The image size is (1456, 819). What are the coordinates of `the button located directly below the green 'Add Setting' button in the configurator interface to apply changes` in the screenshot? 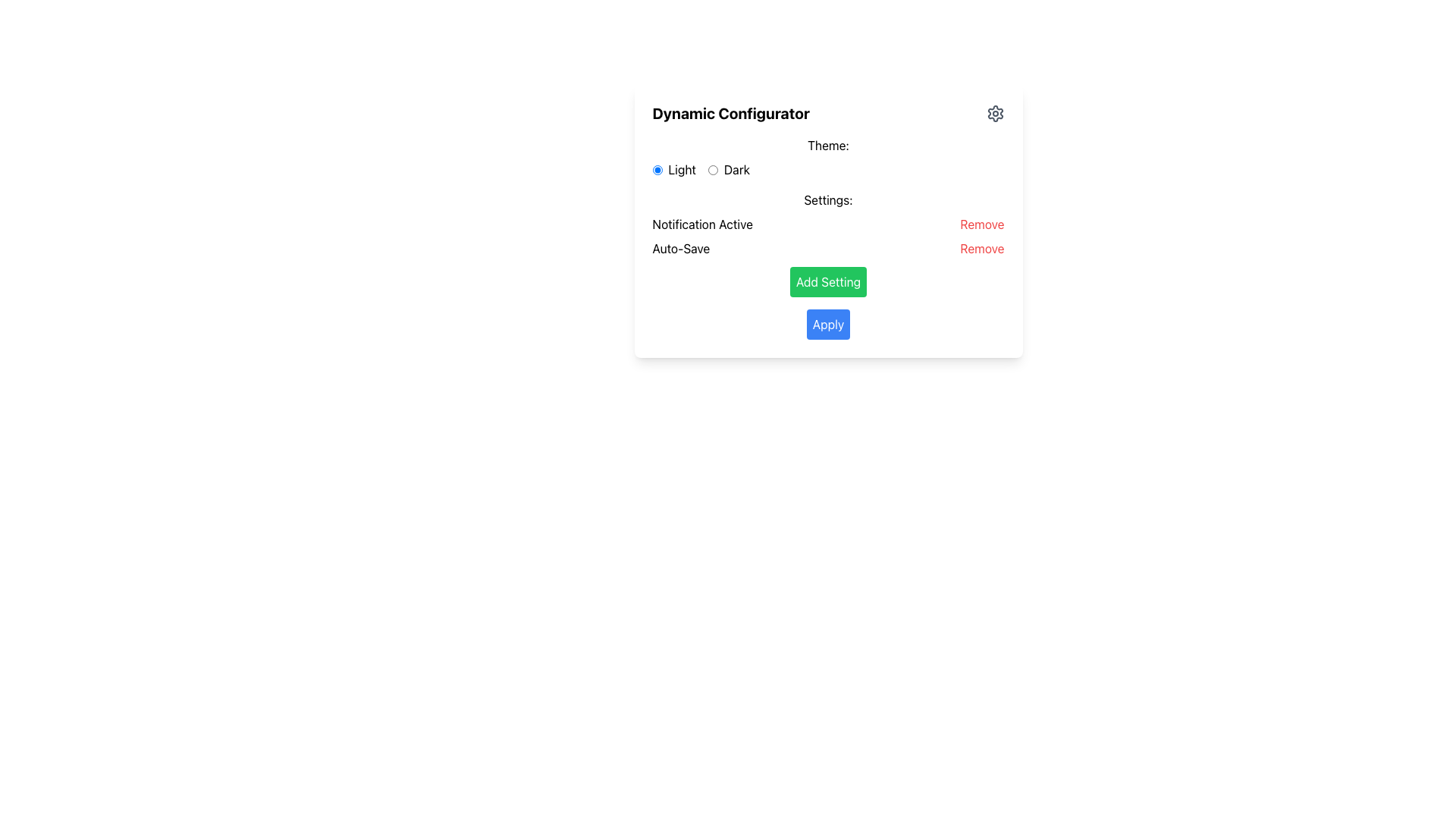 It's located at (827, 324).